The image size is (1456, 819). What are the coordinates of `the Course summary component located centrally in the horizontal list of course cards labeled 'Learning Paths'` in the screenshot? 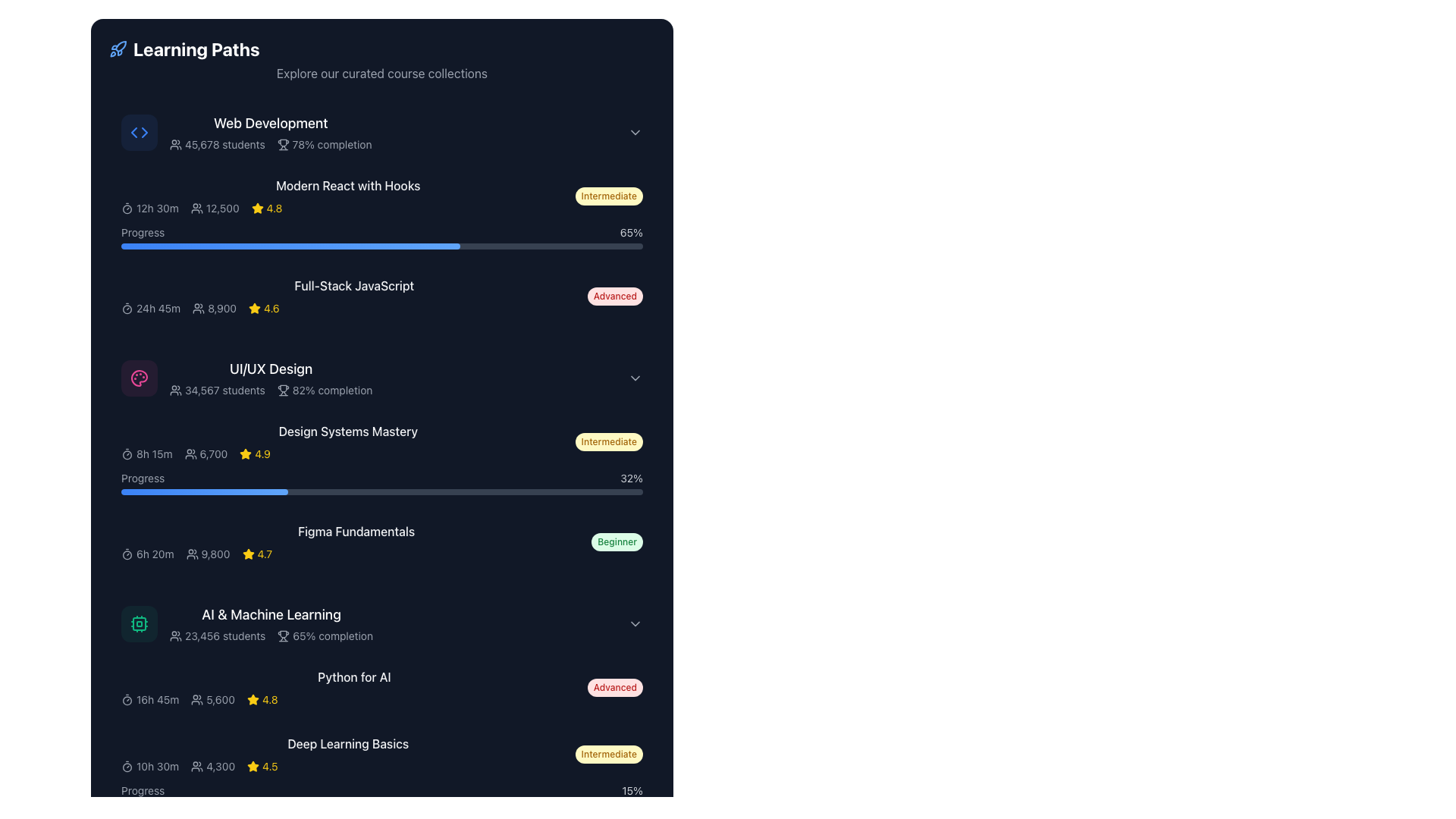 It's located at (356, 541).